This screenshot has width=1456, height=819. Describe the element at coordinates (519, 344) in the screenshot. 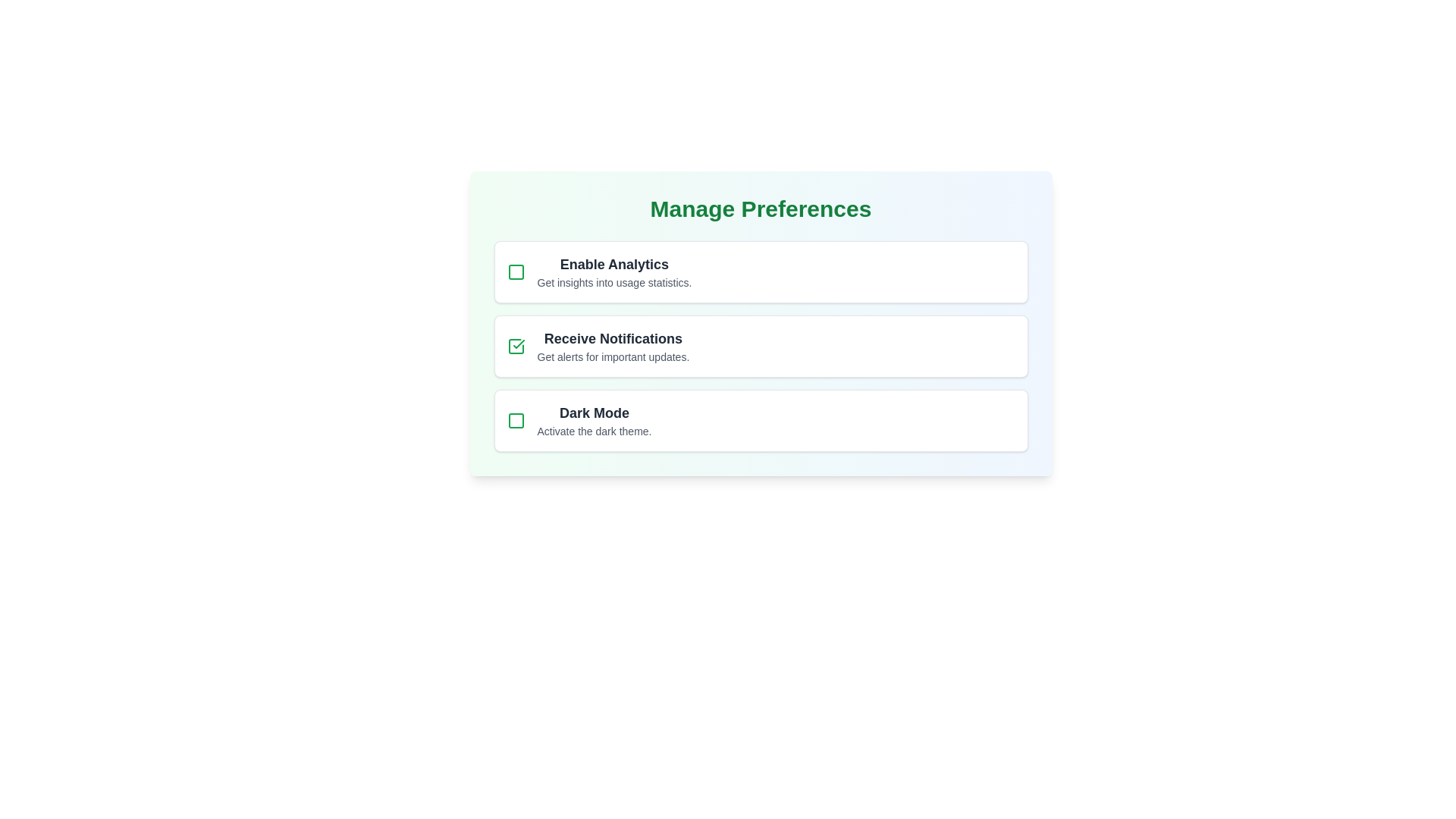

I see `the selected state icon of the 'Receive Notifications' checkbox, which is the second option in the list` at that location.